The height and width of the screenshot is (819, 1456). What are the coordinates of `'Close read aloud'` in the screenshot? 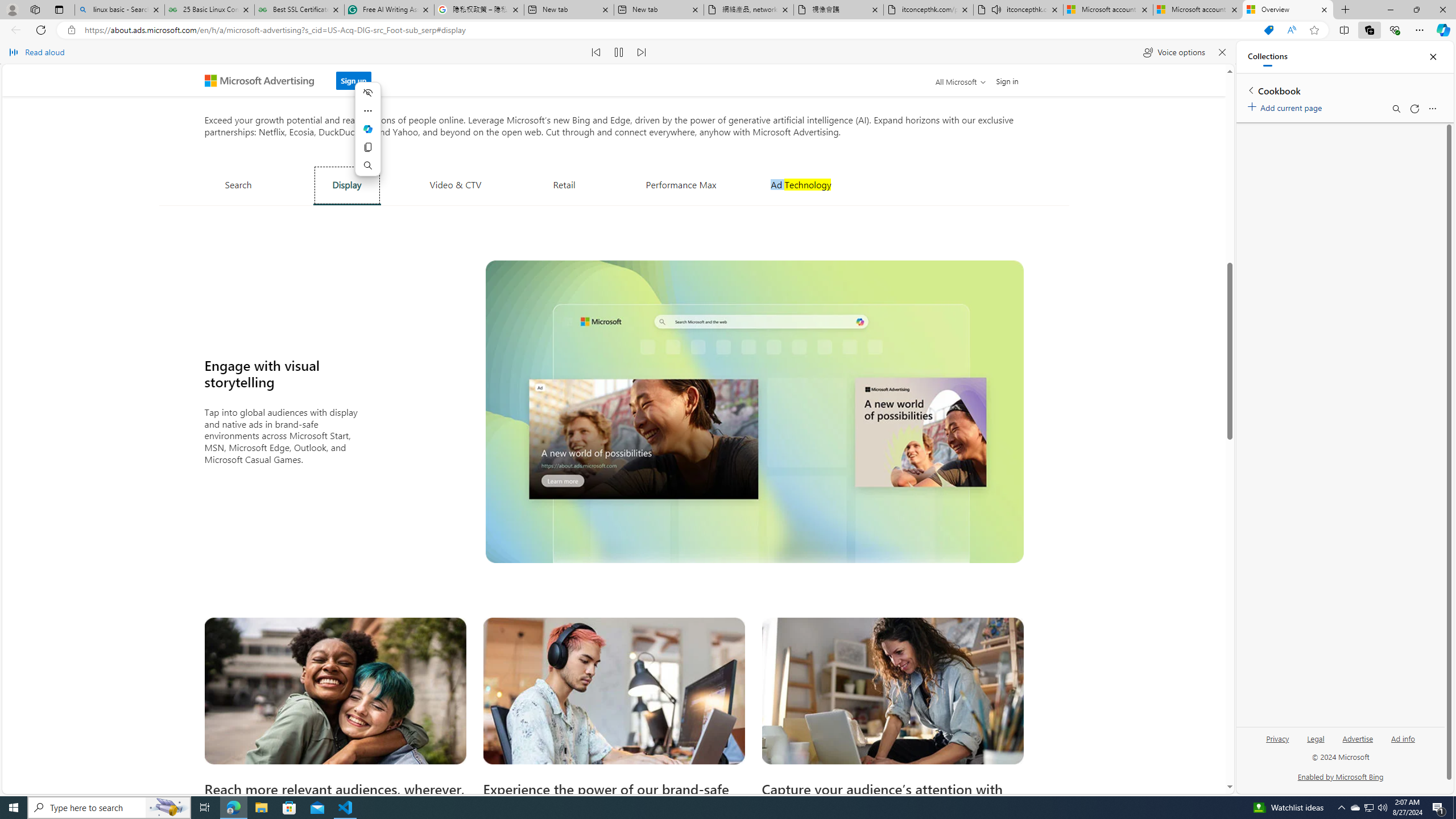 It's located at (1221, 52).